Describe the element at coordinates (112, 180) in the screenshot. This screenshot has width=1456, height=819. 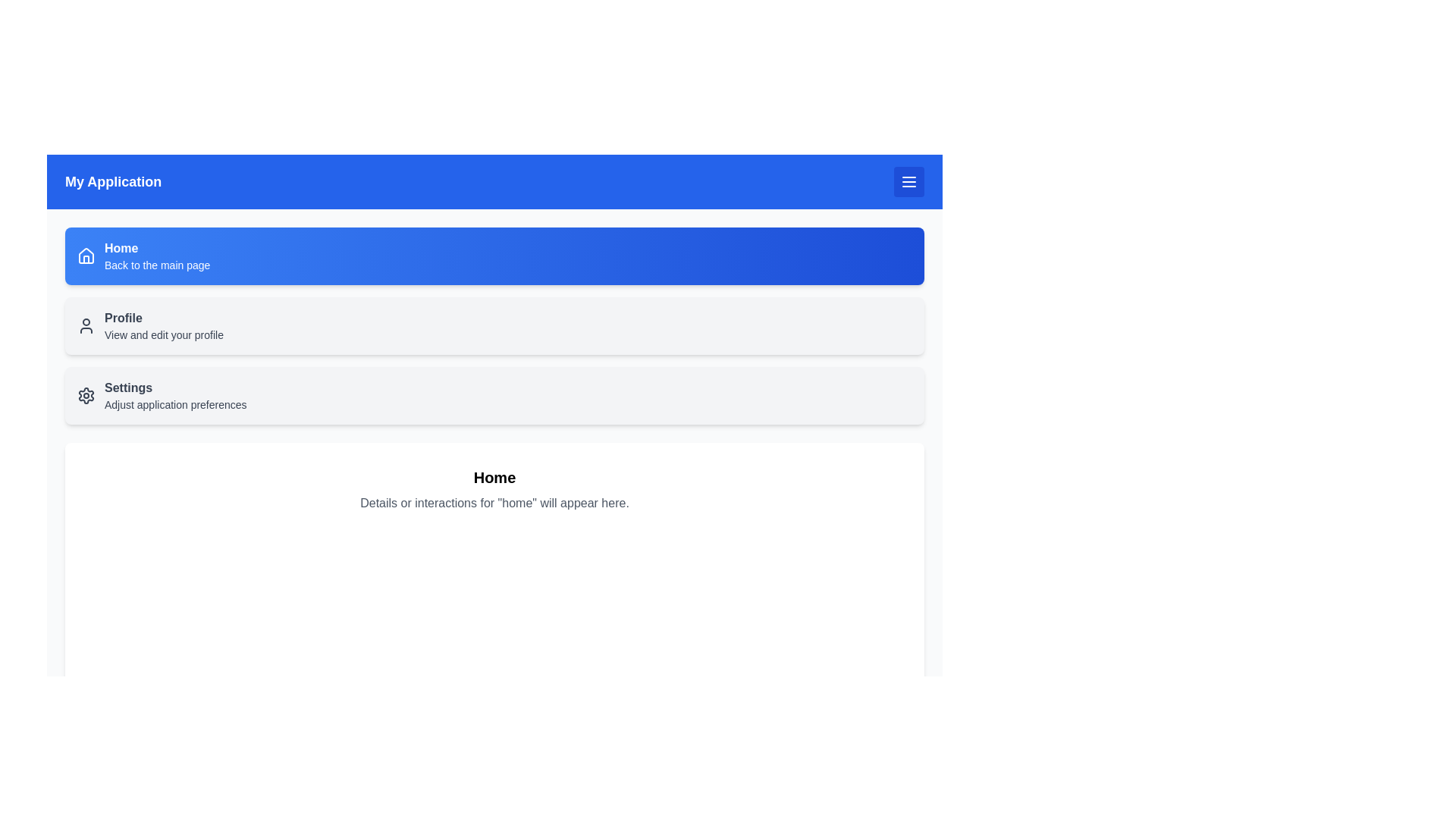
I see `the static text label displaying 'My Application' in bold white font on a blue background, which is positioned at the leftmost side of the header bar` at that location.